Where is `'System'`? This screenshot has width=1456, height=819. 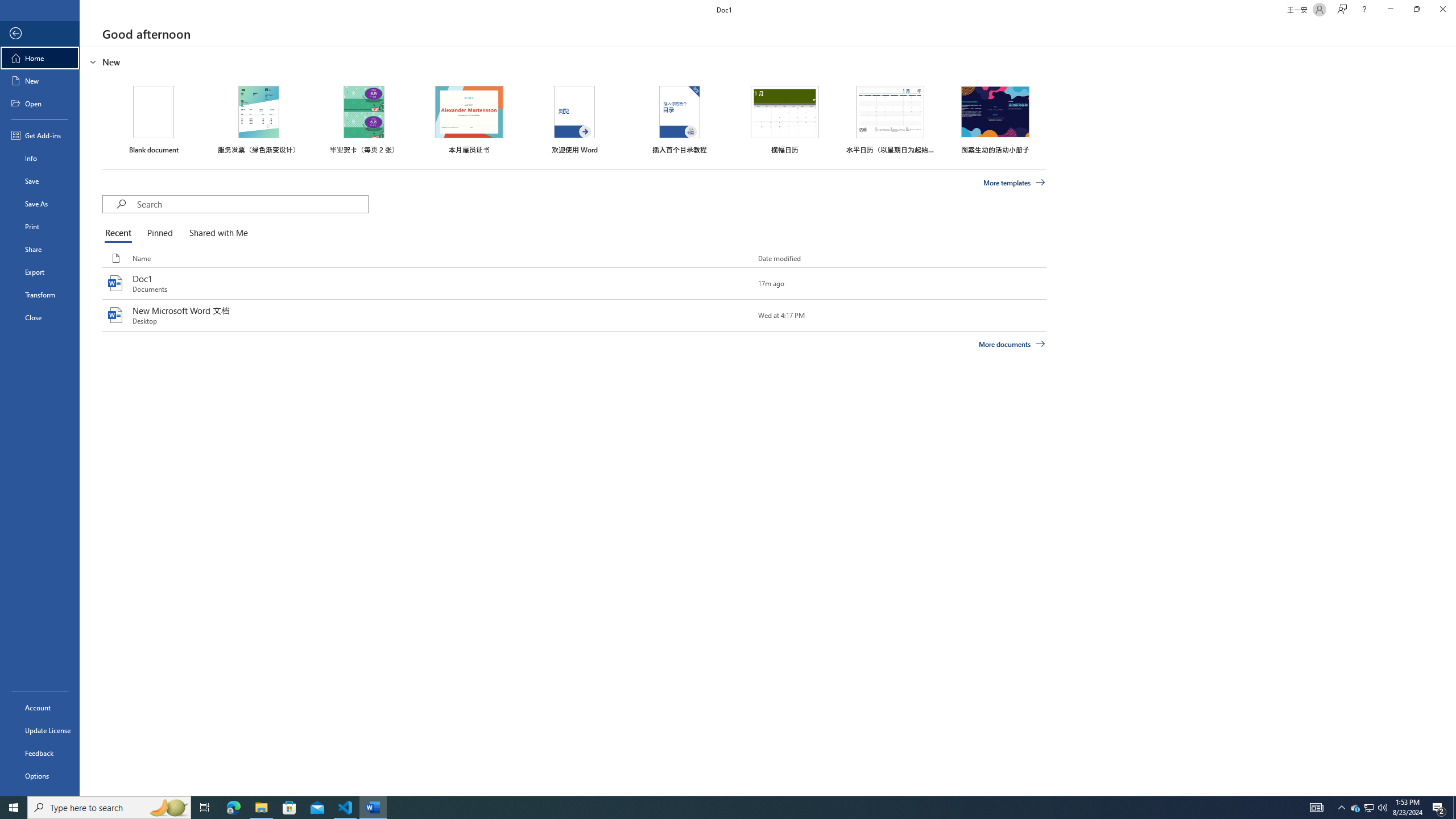
'System' is located at coordinates (6, 5).